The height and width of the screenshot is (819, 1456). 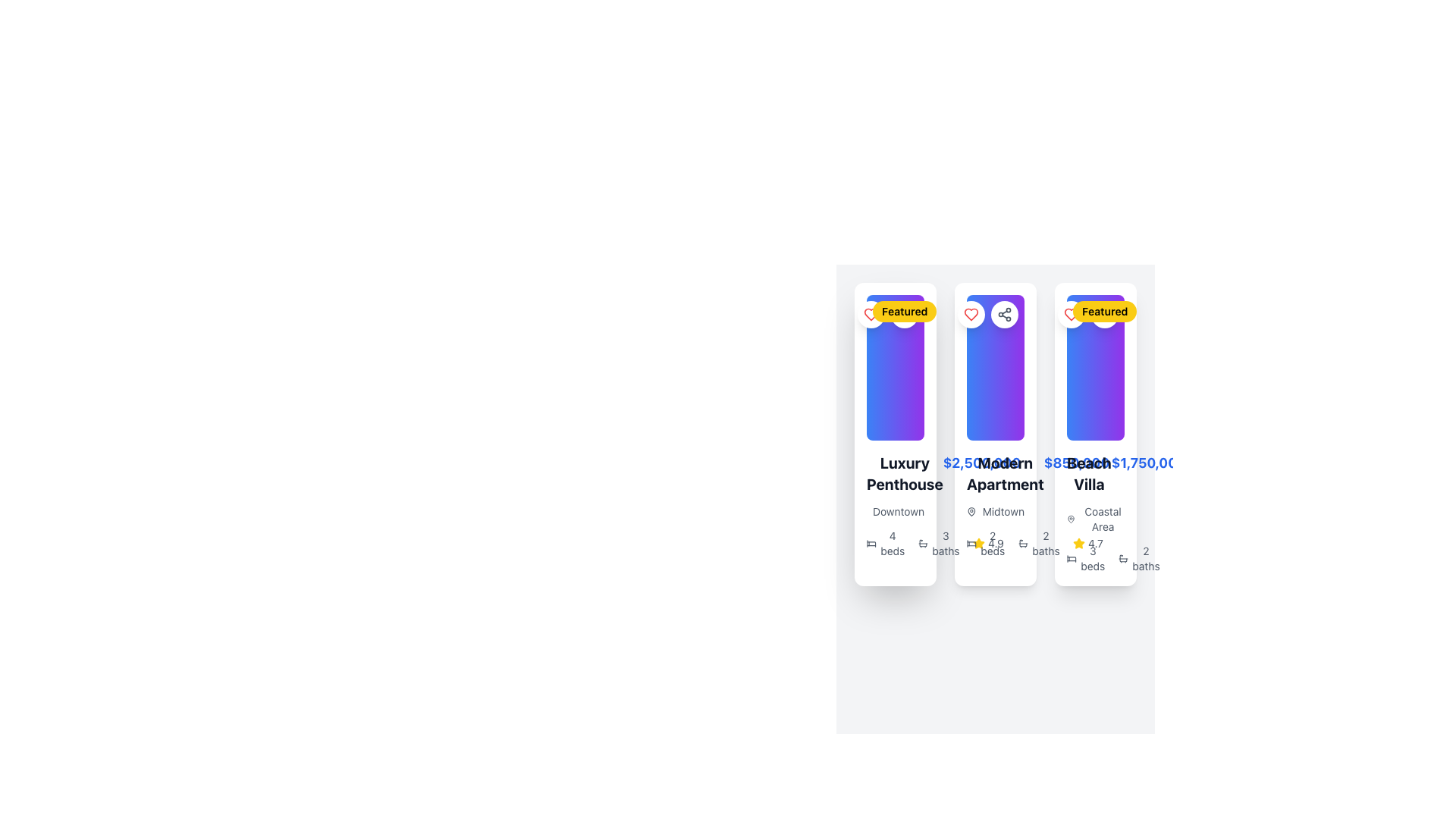 I want to click on the small white circular button with a shadow effect that represents the share functionality, so click(x=1004, y=314).